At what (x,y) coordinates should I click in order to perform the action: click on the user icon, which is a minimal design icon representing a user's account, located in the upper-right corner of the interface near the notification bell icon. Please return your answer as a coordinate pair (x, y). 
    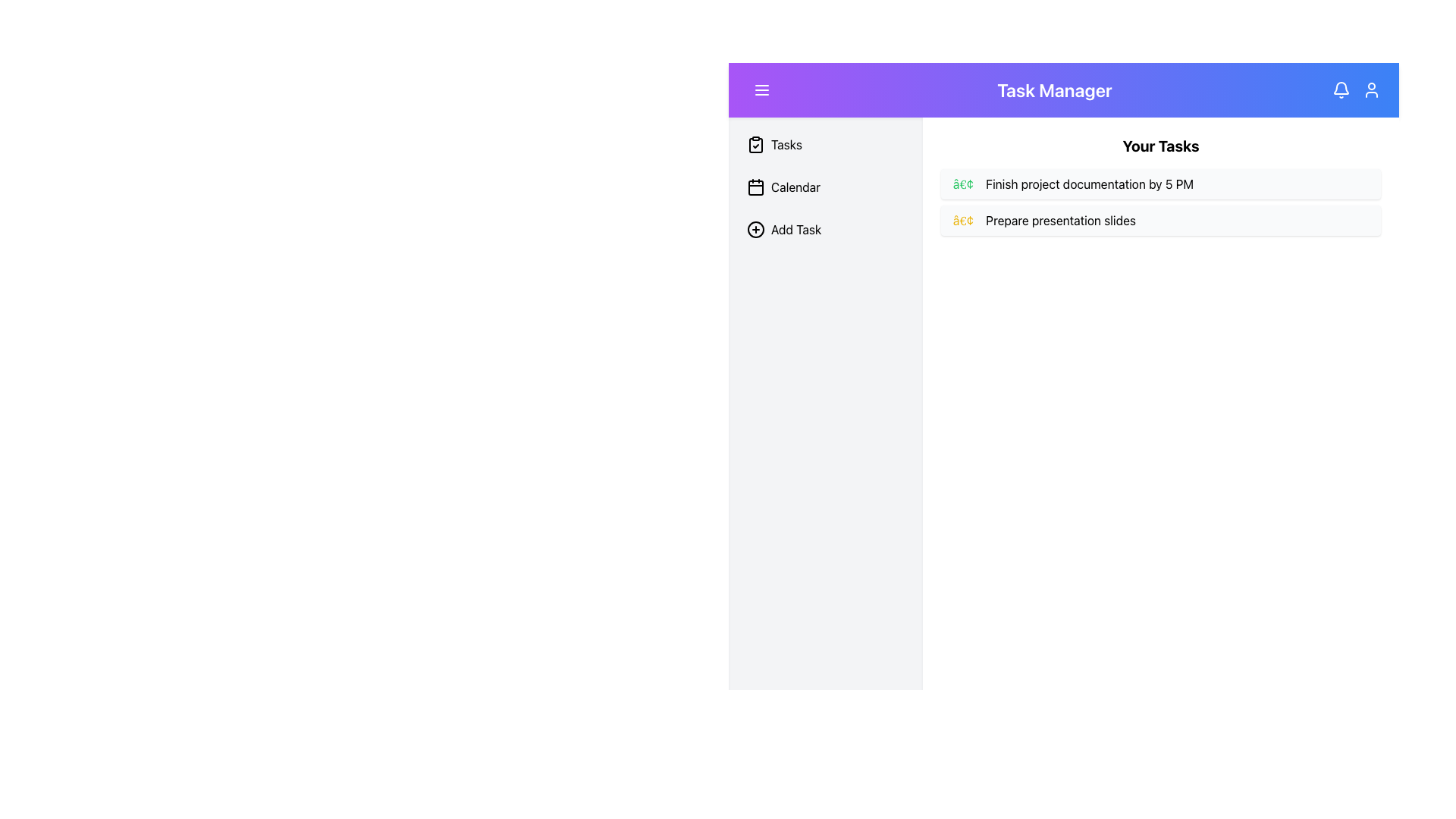
    Looking at the image, I should click on (1372, 90).